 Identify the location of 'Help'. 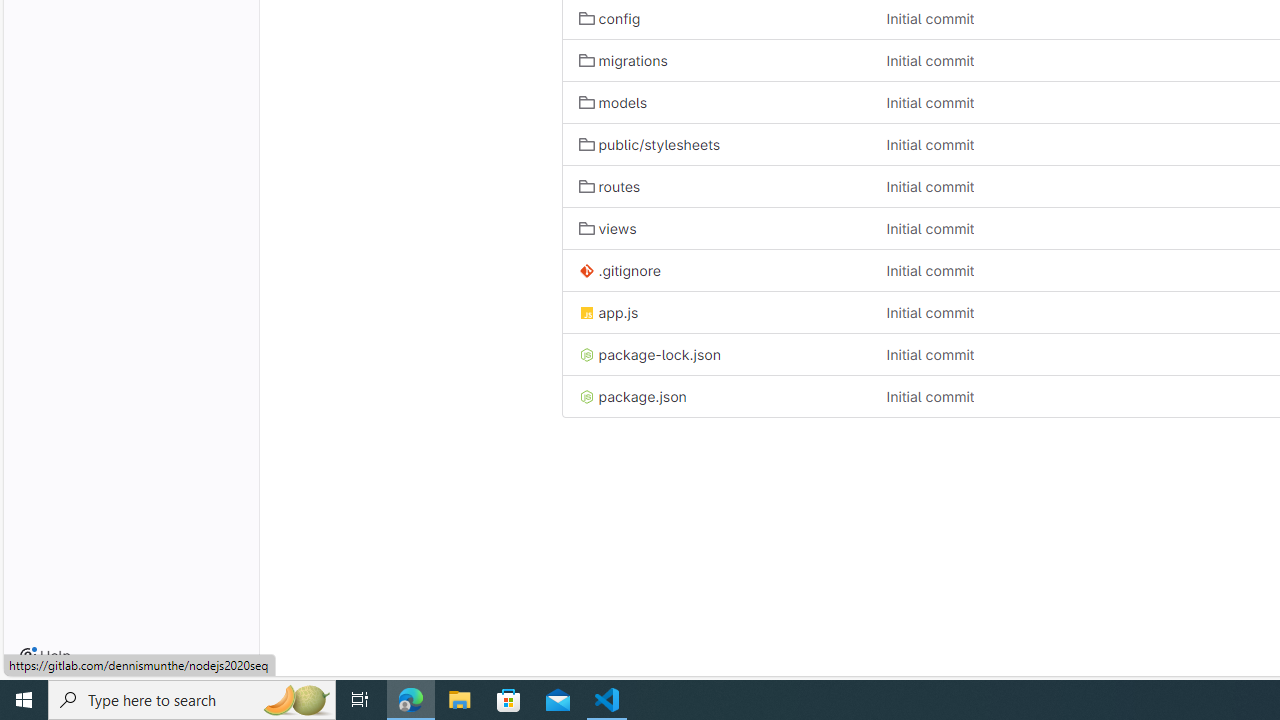
(45, 655).